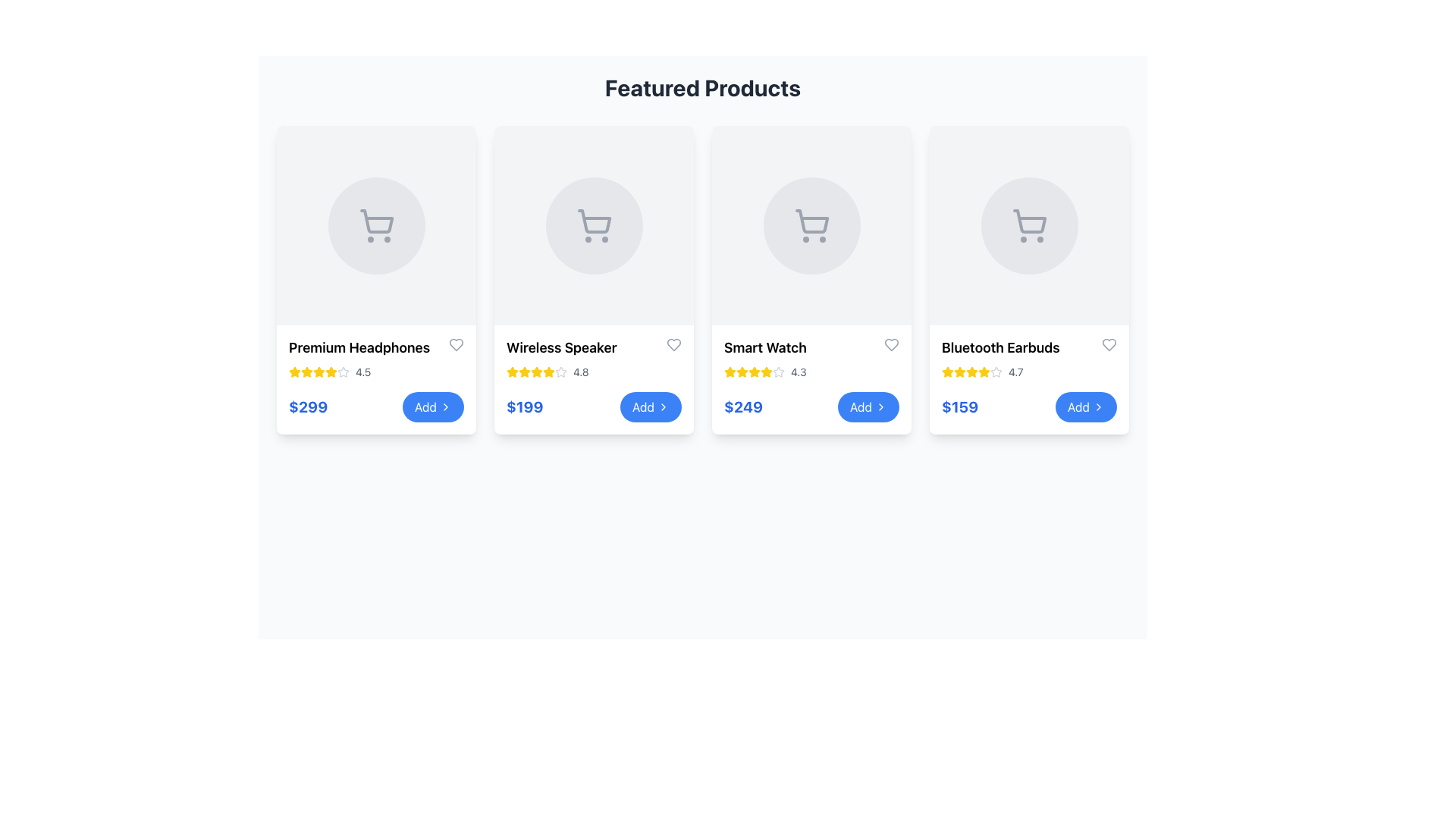  What do you see at coordinates (754, 372) in the screenshot?
I see `the fifth yellow star icon in the rating bar of the 'Smart Watch' section, which has a 4.3 rating` at bounding box center [754, 372].